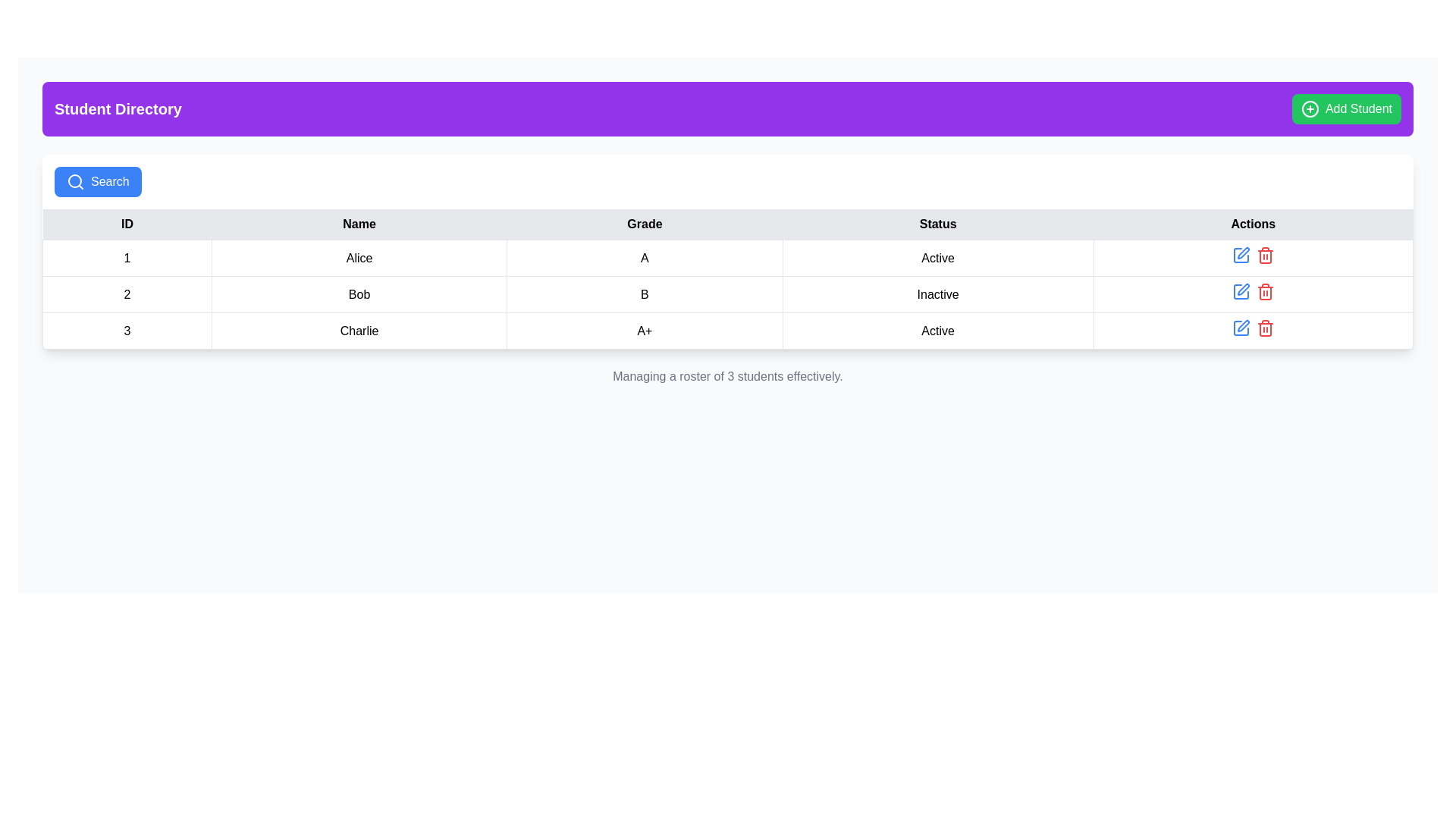 Image resolution: width=1456 pixels, height=819 pixels. I want to click on the third table row containing data about the student named Charlie, so click(728, 329).